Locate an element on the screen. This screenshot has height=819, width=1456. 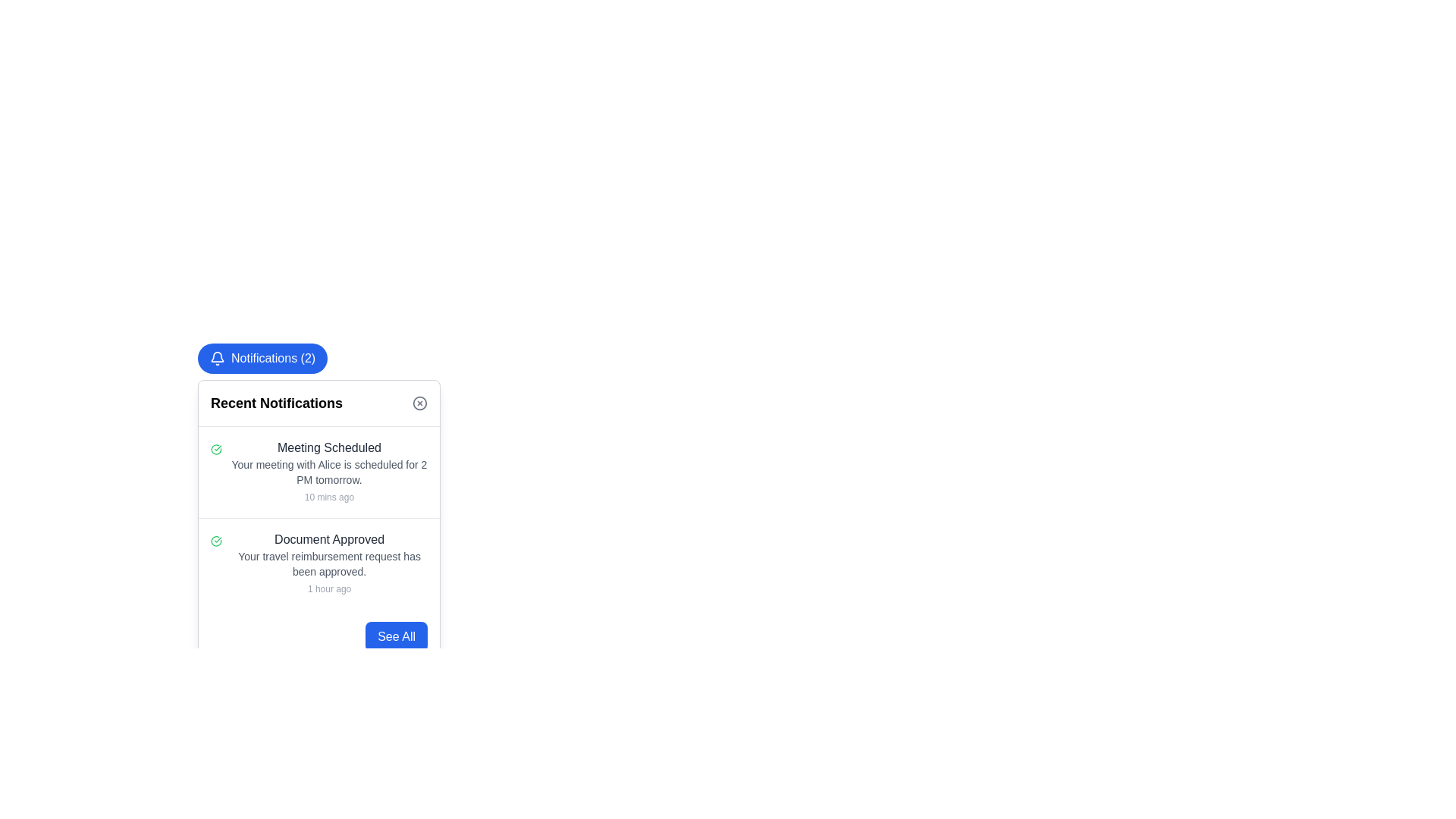
the small, light gray text label reading '10 mins ago', which is located below the meeting details in the notification card labeled 'Meeting Scheduled' is located at coordinates (328, 497).